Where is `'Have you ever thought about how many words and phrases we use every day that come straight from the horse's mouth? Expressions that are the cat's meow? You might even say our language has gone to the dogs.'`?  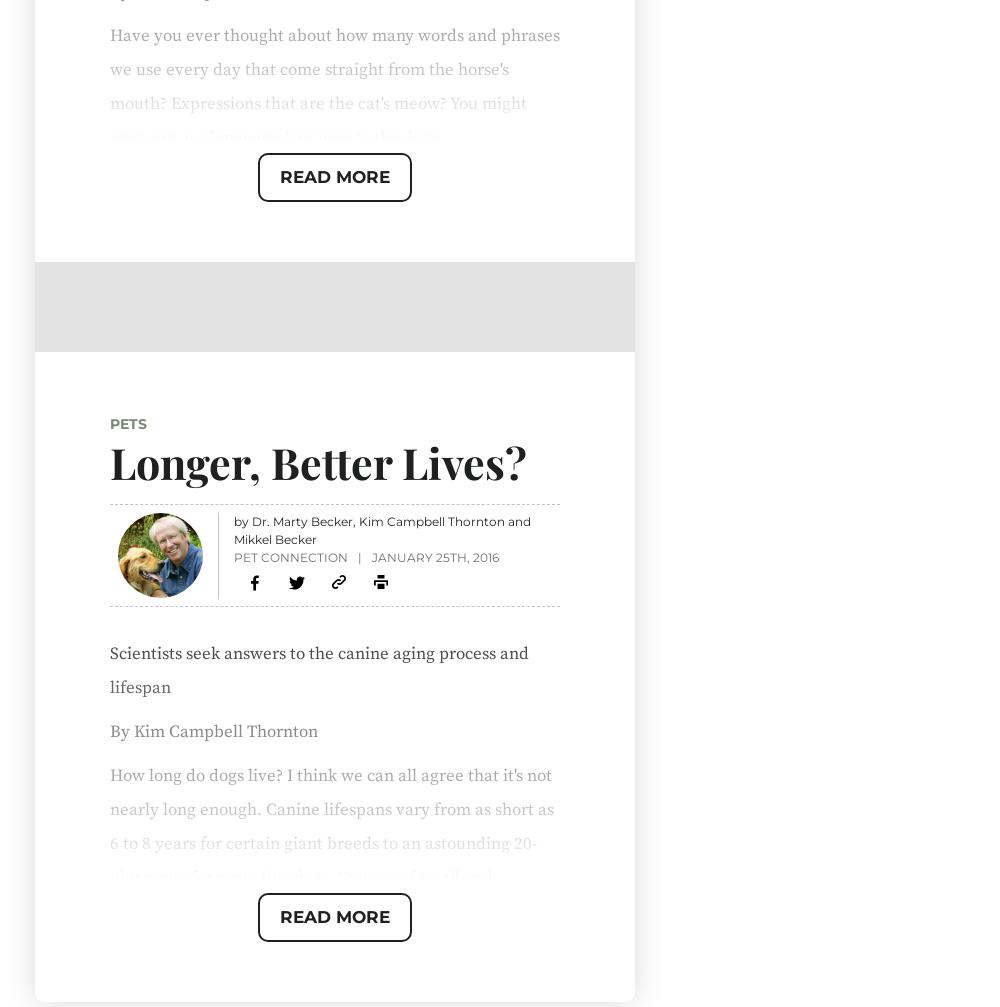 'Have you ever thought about how many words and phrases we use every day that come straight from the horse's mouth? Expressions that are the cat's meow? You might even say our language has gone to the dogs.' is located at coordinates (334, 87).